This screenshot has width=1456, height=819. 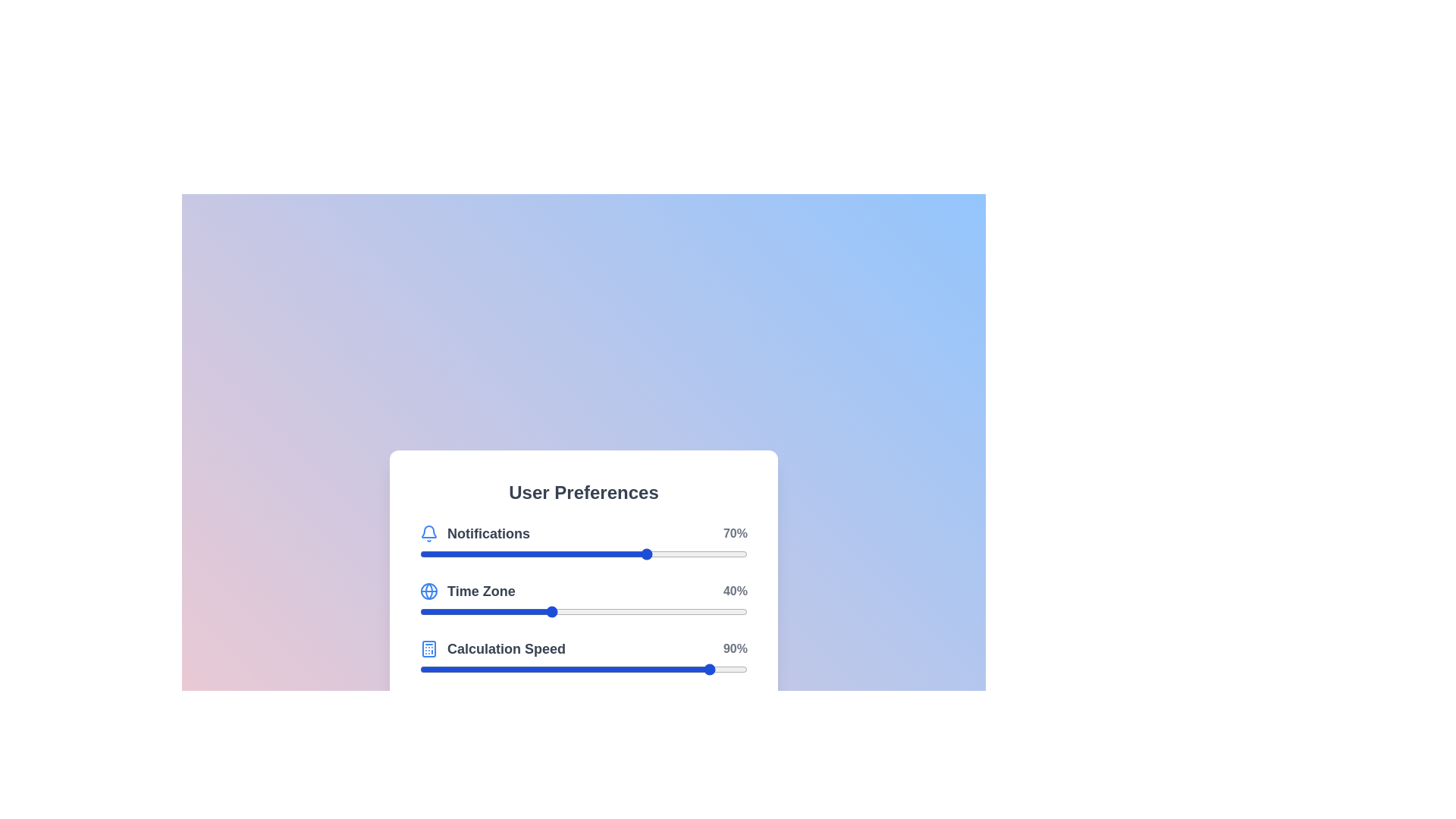 What do you see at coordinates (428, 533) in the screenshot?
I see `the icon corresponding to Notifications` at bounding box center [428, 533].